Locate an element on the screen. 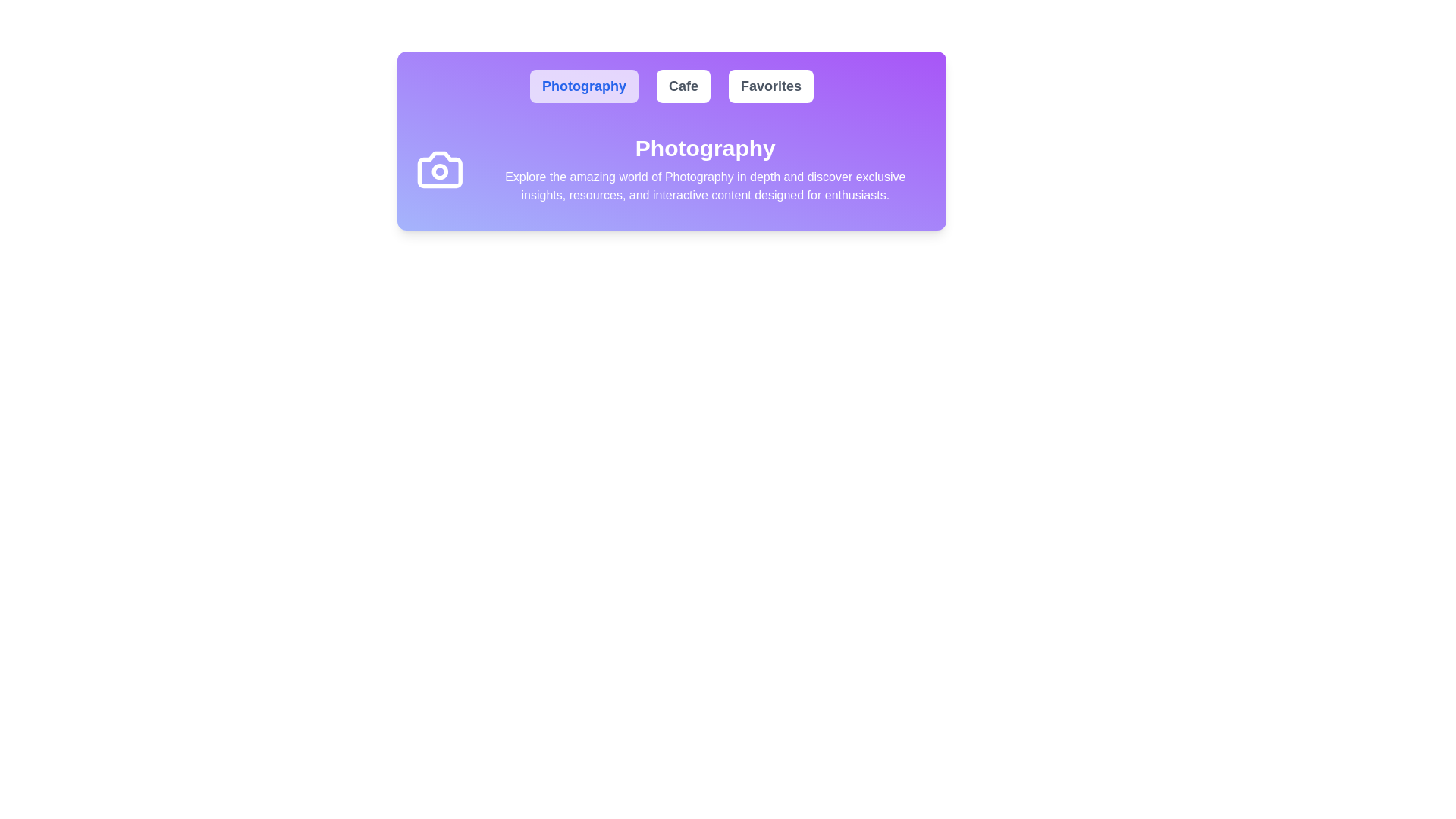 Image resolution: width=1456 pixels, height=819 pixels. the outer outline of the camera icon, which is part of the 'Photography' section, featuring a white color scheme against a vibrant purple-gradient background is located at coordinates (439, 169).